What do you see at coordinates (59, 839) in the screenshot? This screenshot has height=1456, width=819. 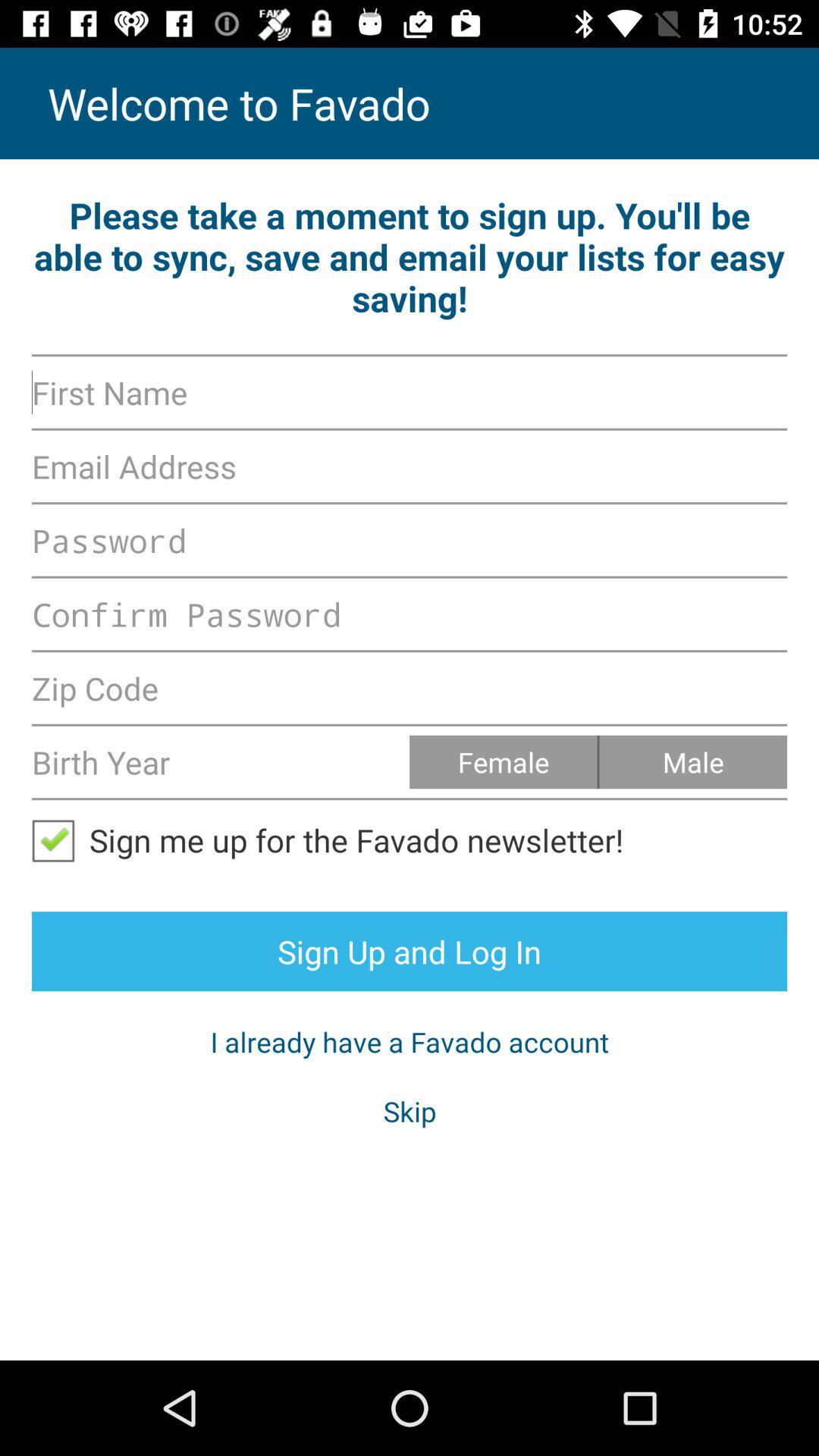 I see `or check the information` at bounding box center [59, 839].